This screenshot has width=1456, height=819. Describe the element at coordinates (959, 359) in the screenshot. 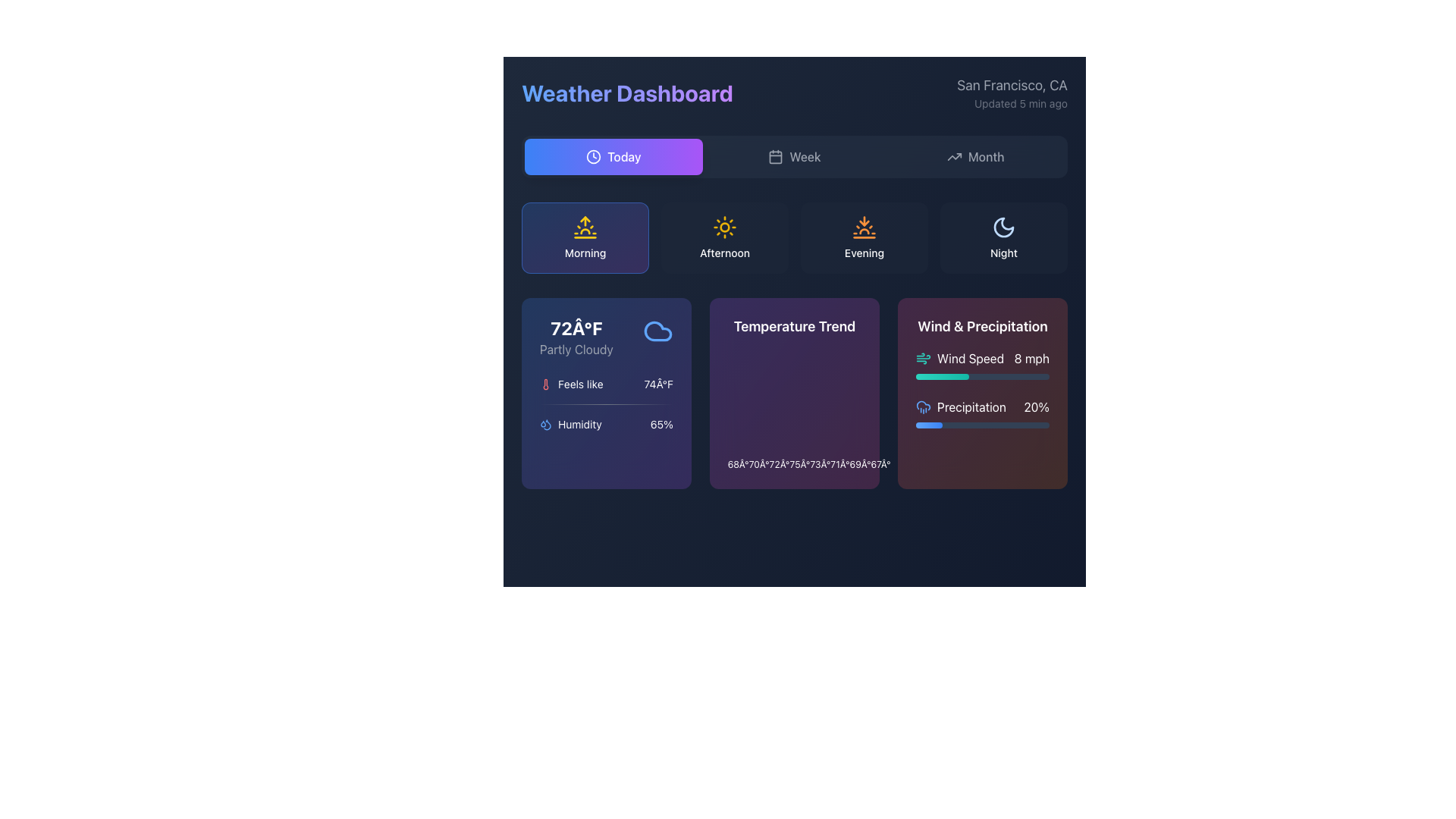

I see `the 'Wind Speed' label, which includes a teal wind streams icon to its left and is part of the 'Wind & Precipitation' section` at that location.